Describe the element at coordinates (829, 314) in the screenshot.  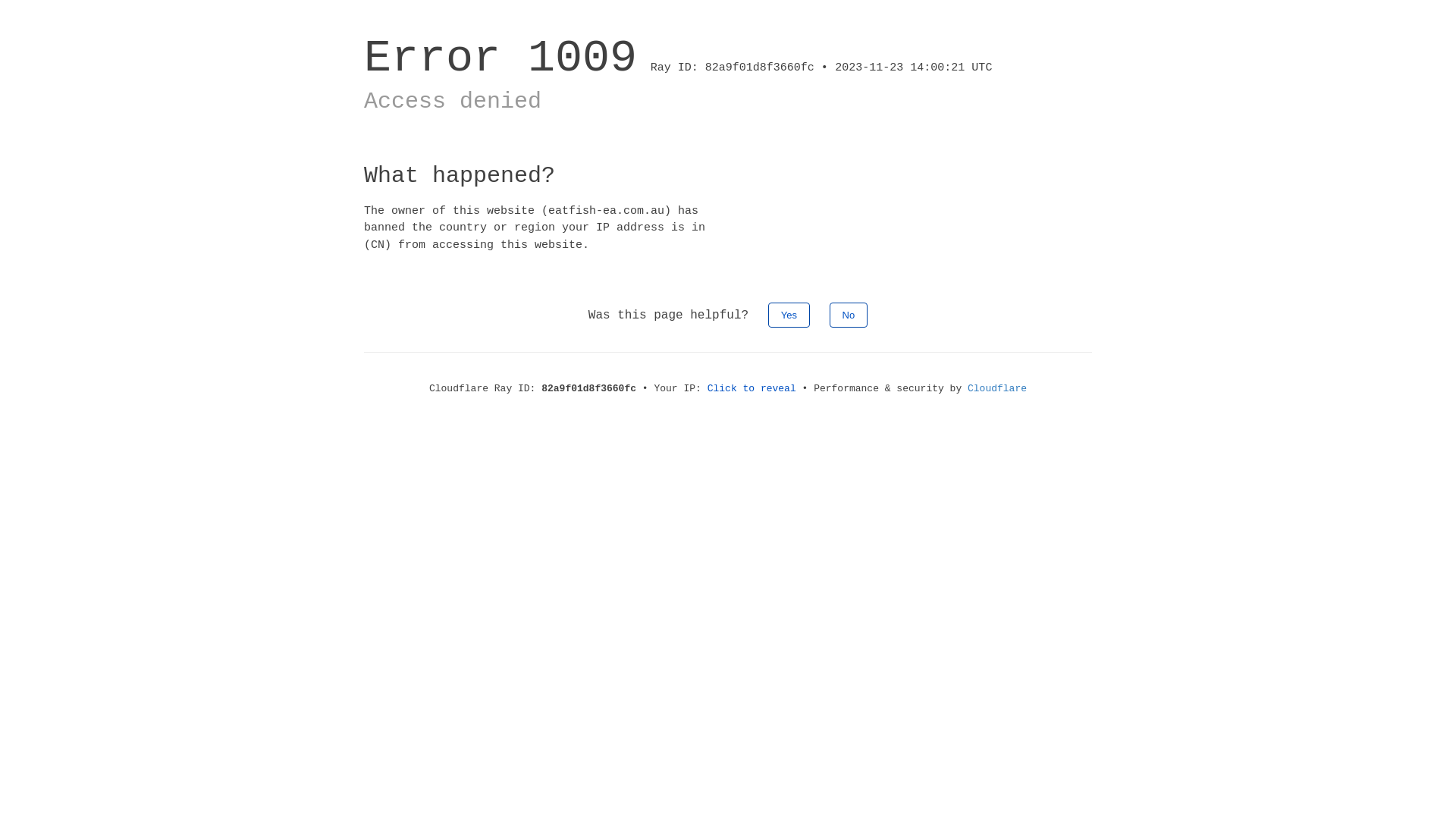
I see `'No'` at that location.